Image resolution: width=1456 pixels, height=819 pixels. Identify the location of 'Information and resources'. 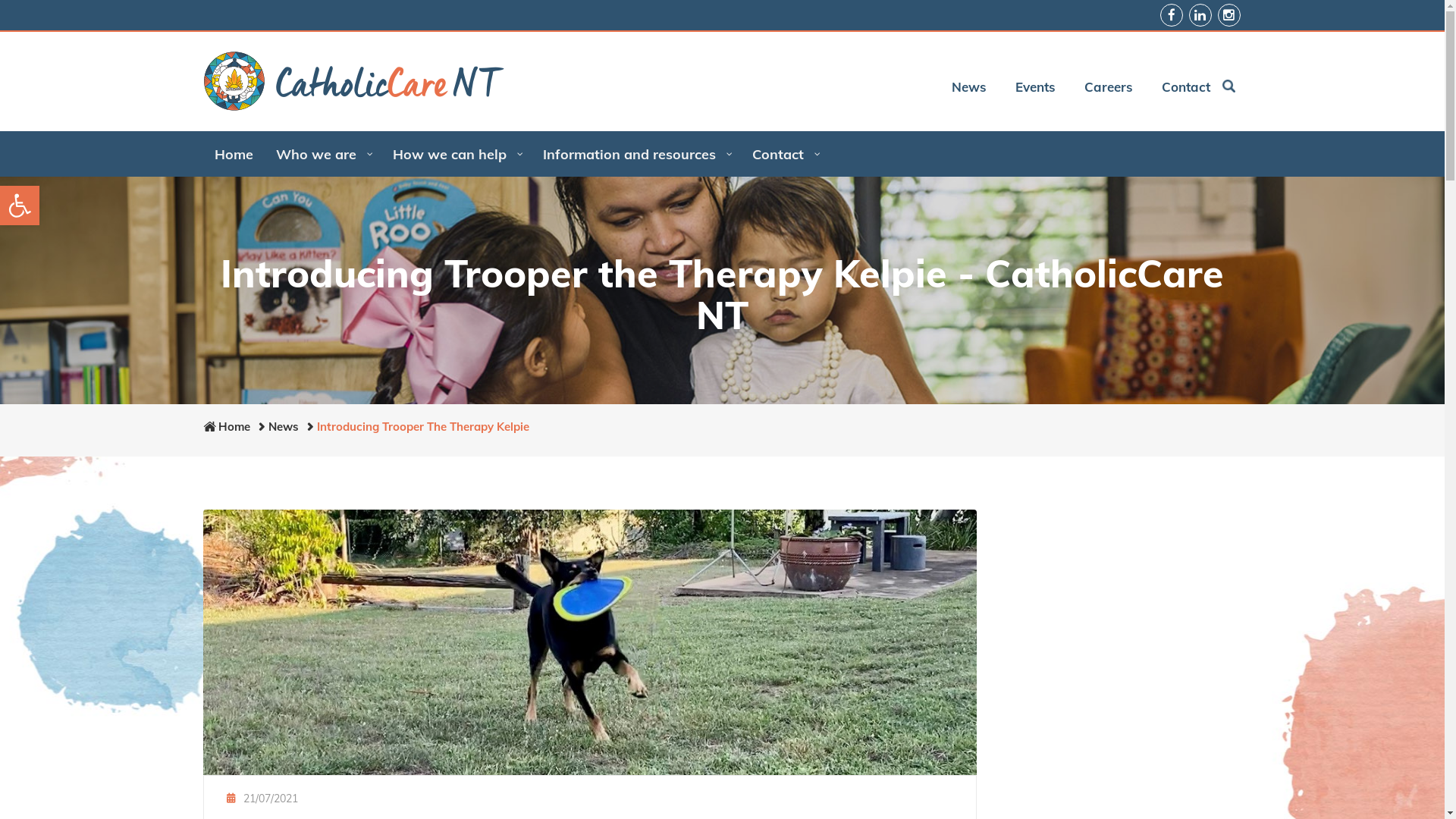
(635, 154).